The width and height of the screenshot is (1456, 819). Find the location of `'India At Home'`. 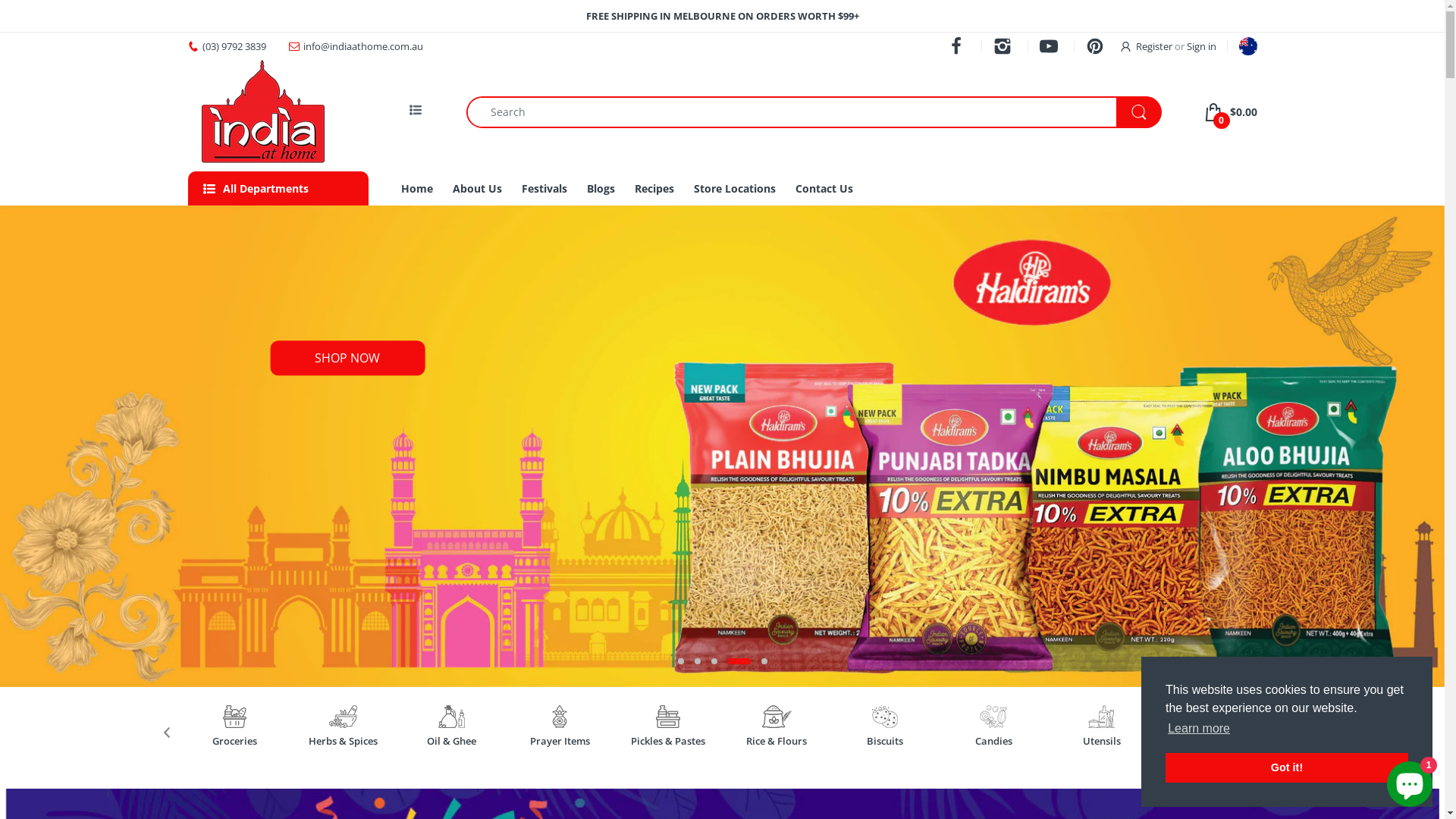

'India At Home' is located at coordinates (264, 111).